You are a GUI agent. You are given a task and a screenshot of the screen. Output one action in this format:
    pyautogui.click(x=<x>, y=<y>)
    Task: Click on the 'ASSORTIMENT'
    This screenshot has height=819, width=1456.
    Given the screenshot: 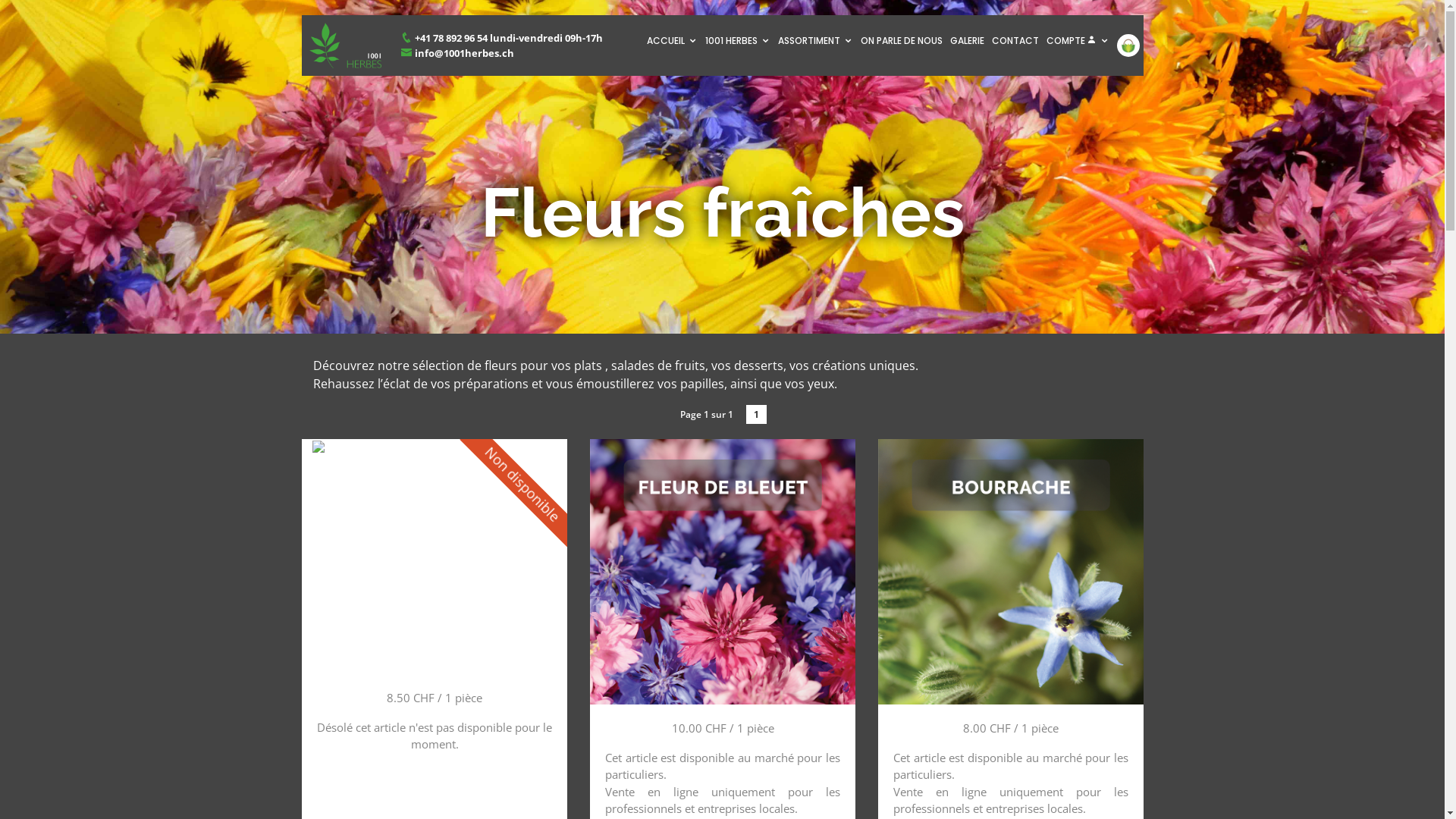 What is the action you would take?
    pyautogui.click(x=814, y=40)
    